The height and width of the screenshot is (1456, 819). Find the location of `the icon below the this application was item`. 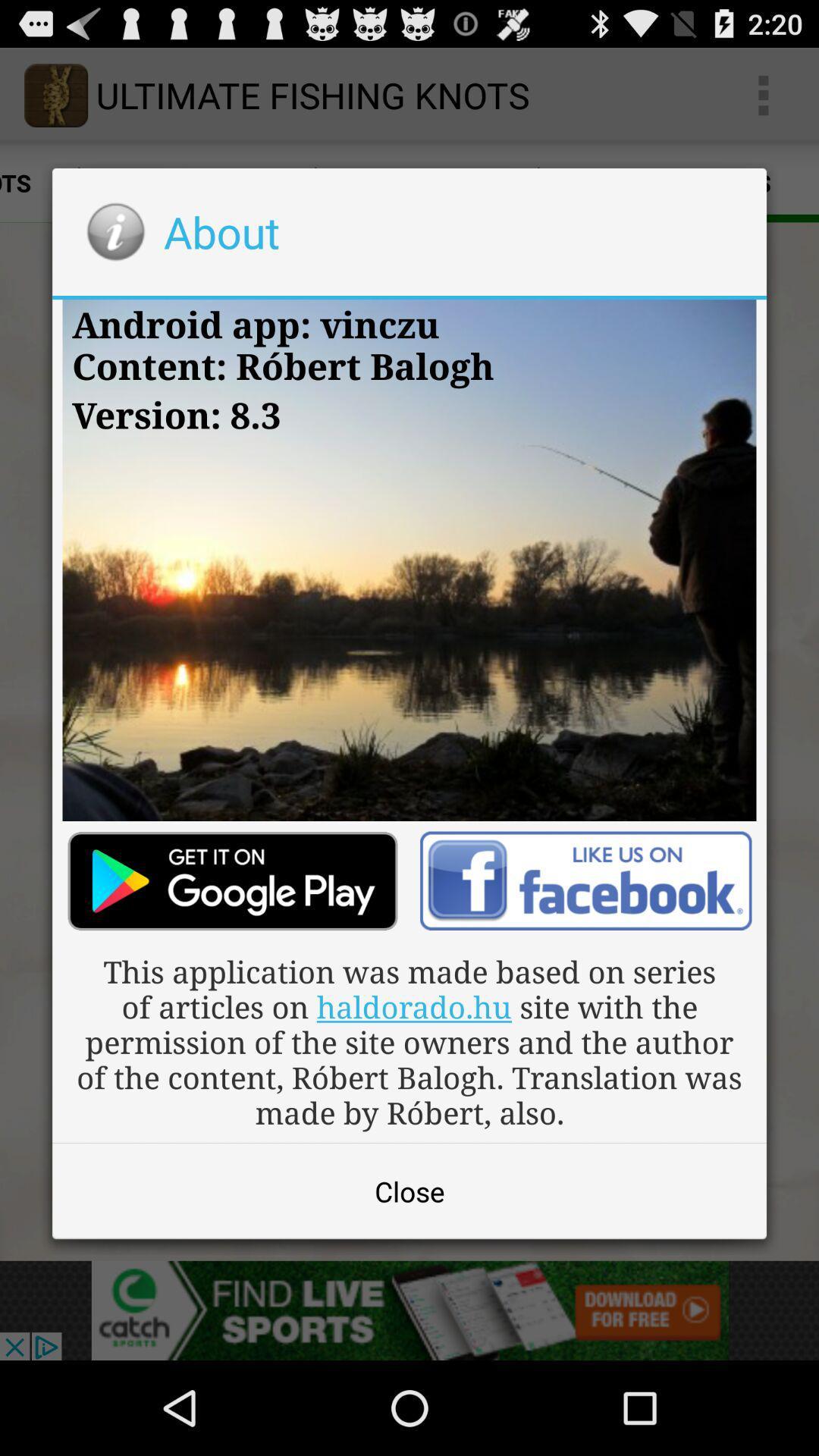

the icon below the this application was item is located at coordinates (409, 1191).